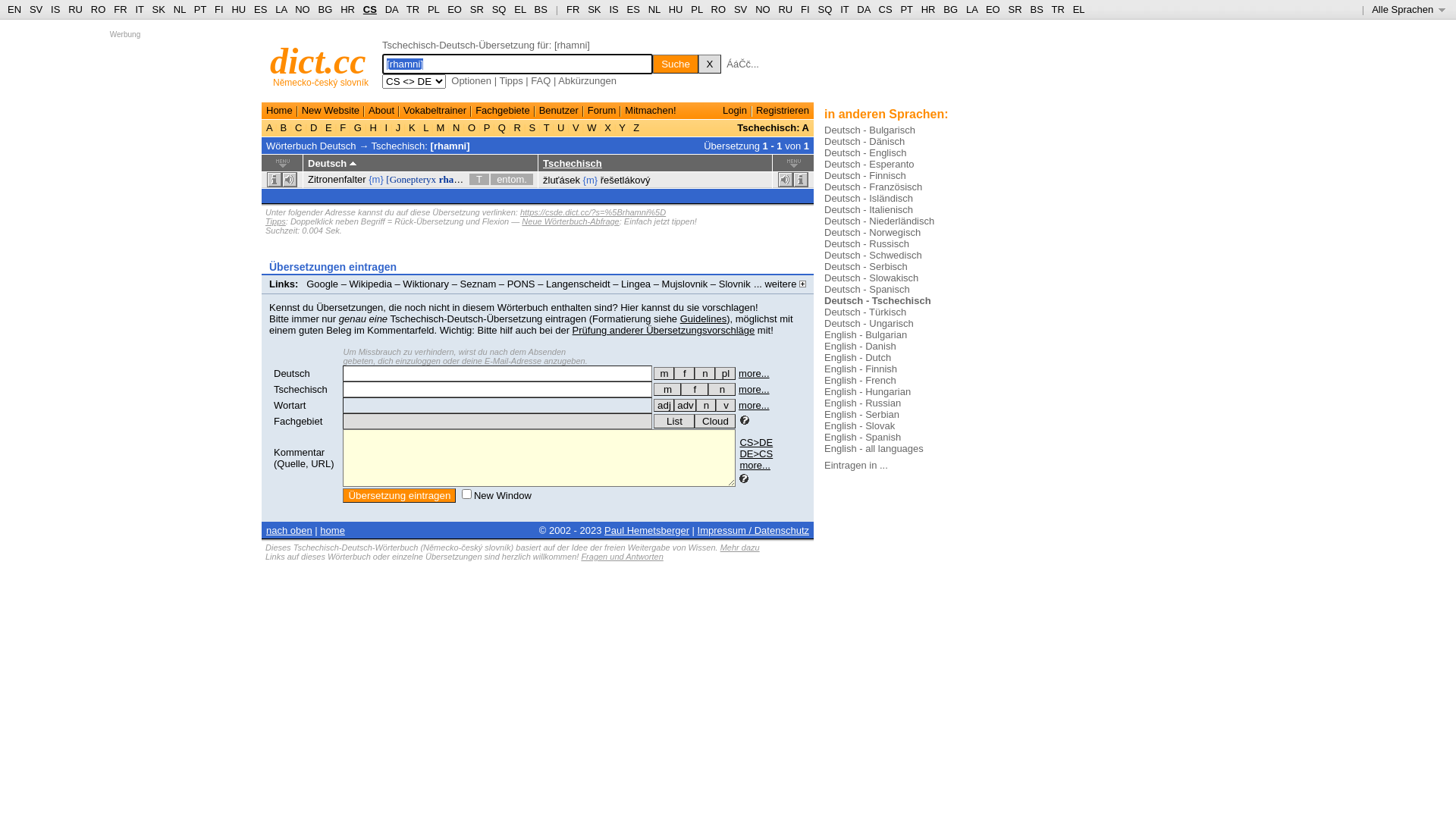  What do you see at coordinates (739, 547) in the screenshot?
I see `'Mehr dazu'` at bounding box center [739, 547].